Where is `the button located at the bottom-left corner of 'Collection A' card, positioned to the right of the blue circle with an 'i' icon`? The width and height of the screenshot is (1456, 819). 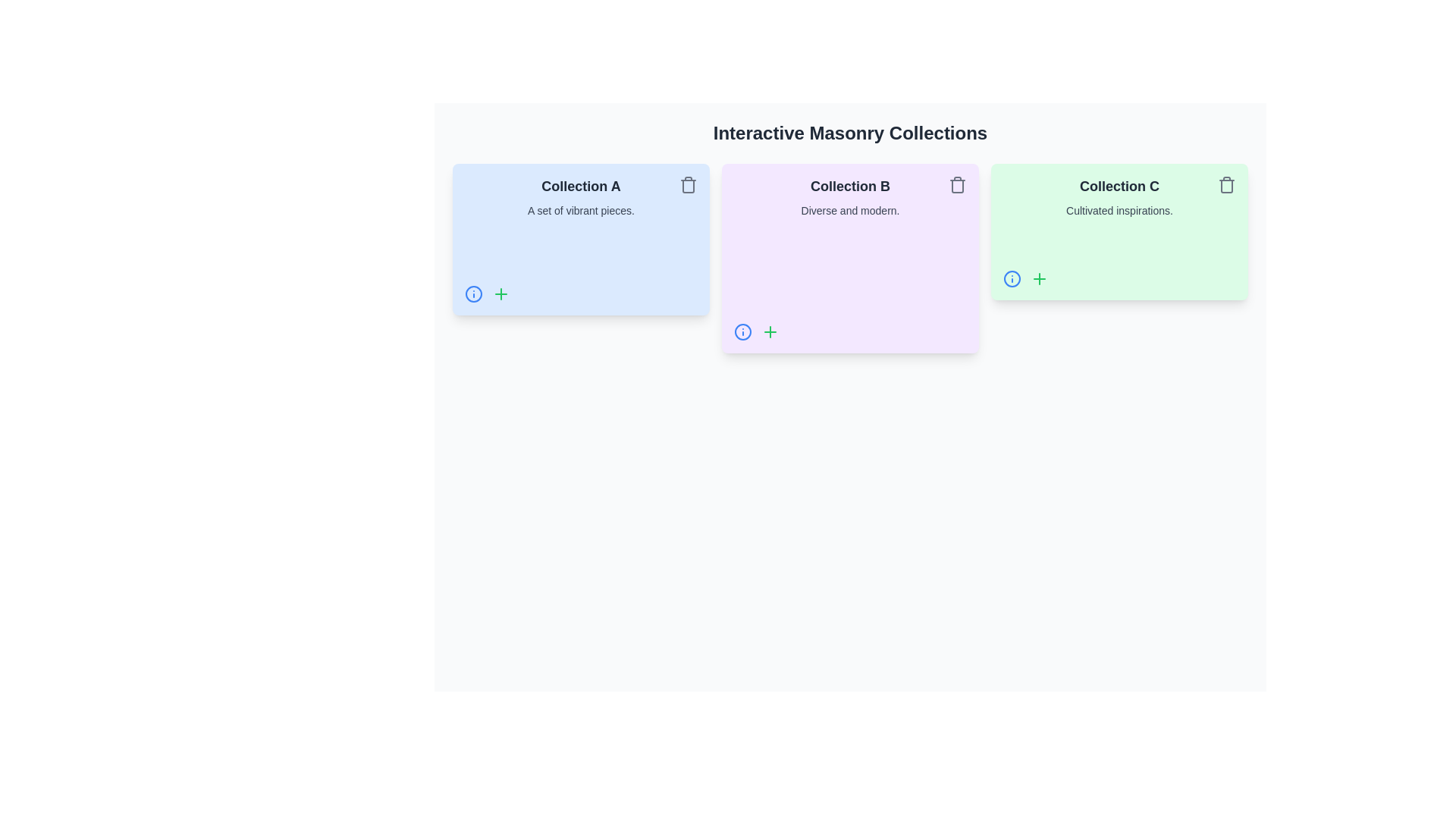 the button located at the bottom-left corner of 'Collection A' card, positioned to the right of the blue circle with an 'i' icon is located at coordinates (501, 294).